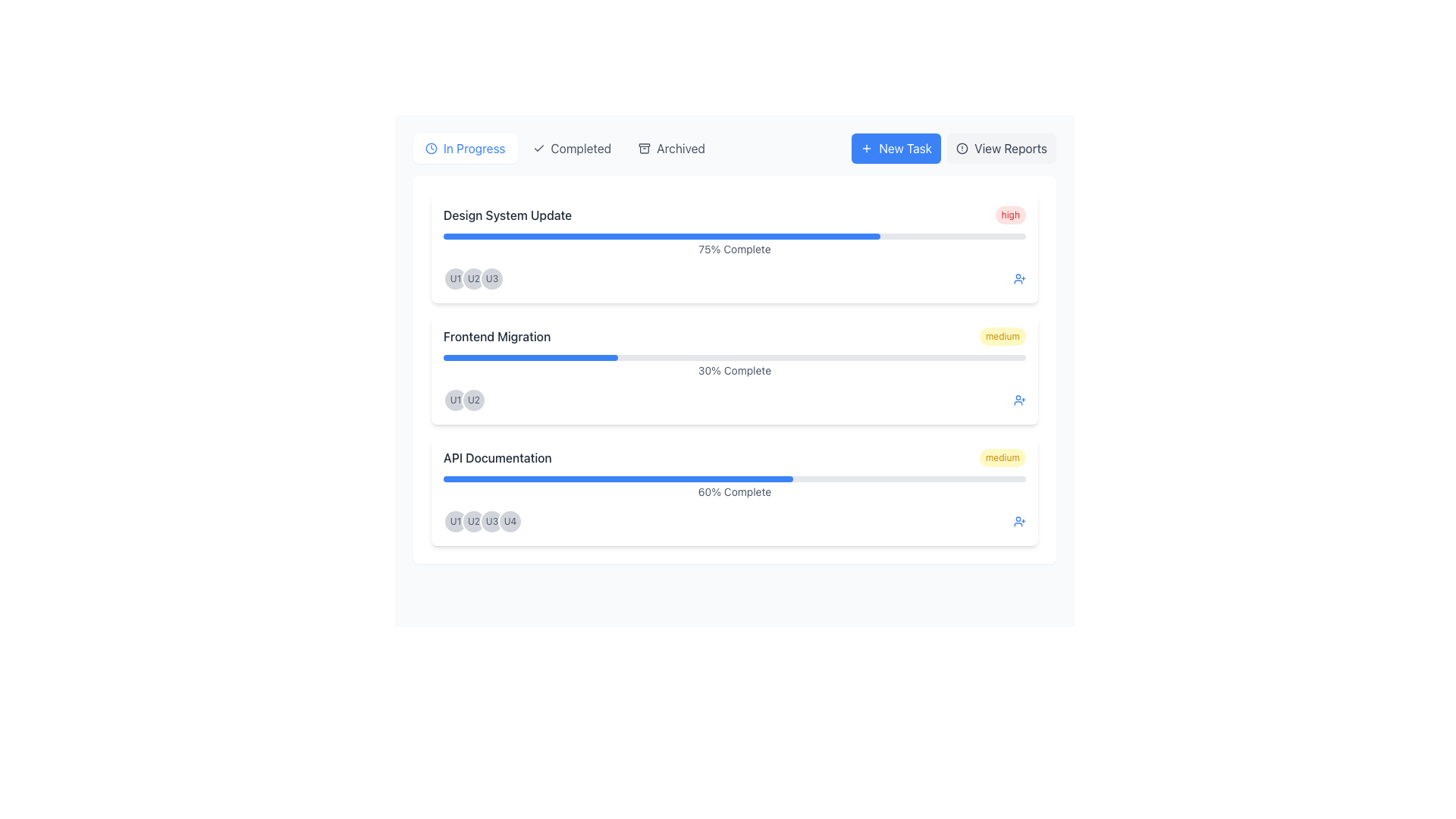 Image resolution: width=1456 pixels, height=819 pixels. What do you see at coordinates (570, 149) in the screenshot?
I see `the button for selecting the 'Completed' category, which is the second button in a horizontal group of three, located near the top of the interface` at bounding box center [570, 149].